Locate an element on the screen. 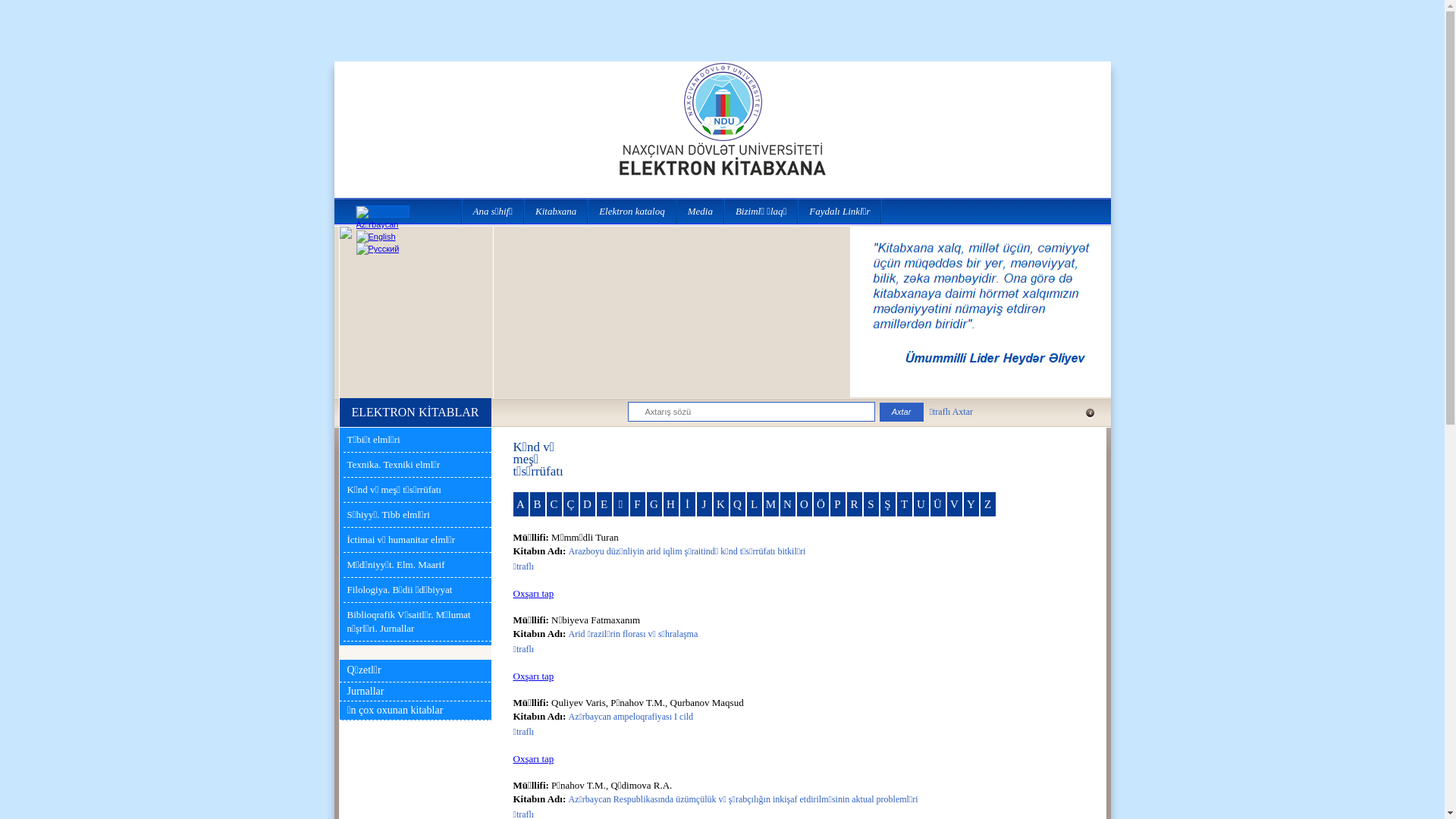  'D' is located at coordinates (586, 504).